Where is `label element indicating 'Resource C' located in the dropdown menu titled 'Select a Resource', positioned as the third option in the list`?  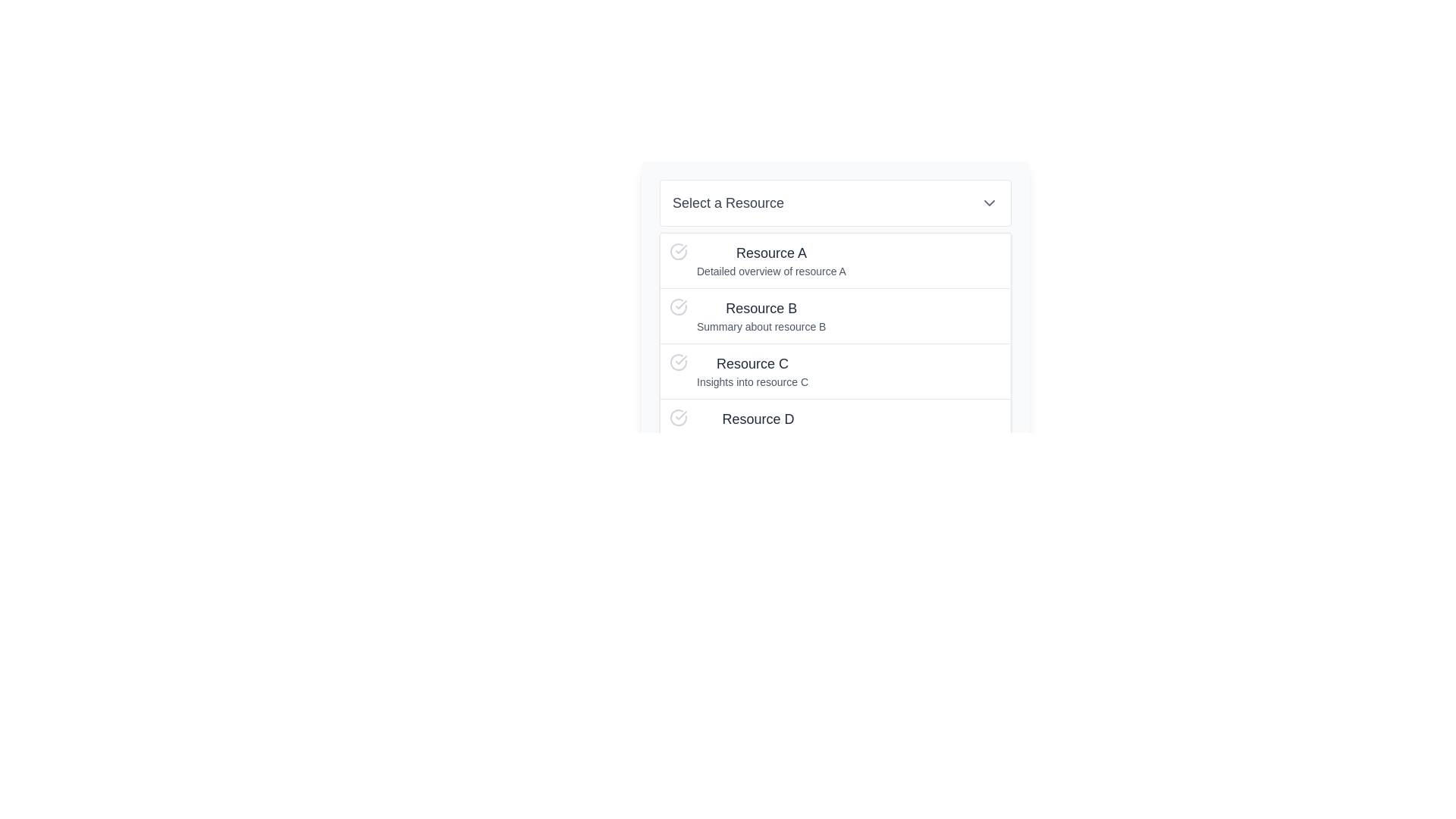
label element indicating 'Resource C' located in the dropdown menu titled 'Select a Resource', positioned as the third option in the list is located at coordinates (752, 363).